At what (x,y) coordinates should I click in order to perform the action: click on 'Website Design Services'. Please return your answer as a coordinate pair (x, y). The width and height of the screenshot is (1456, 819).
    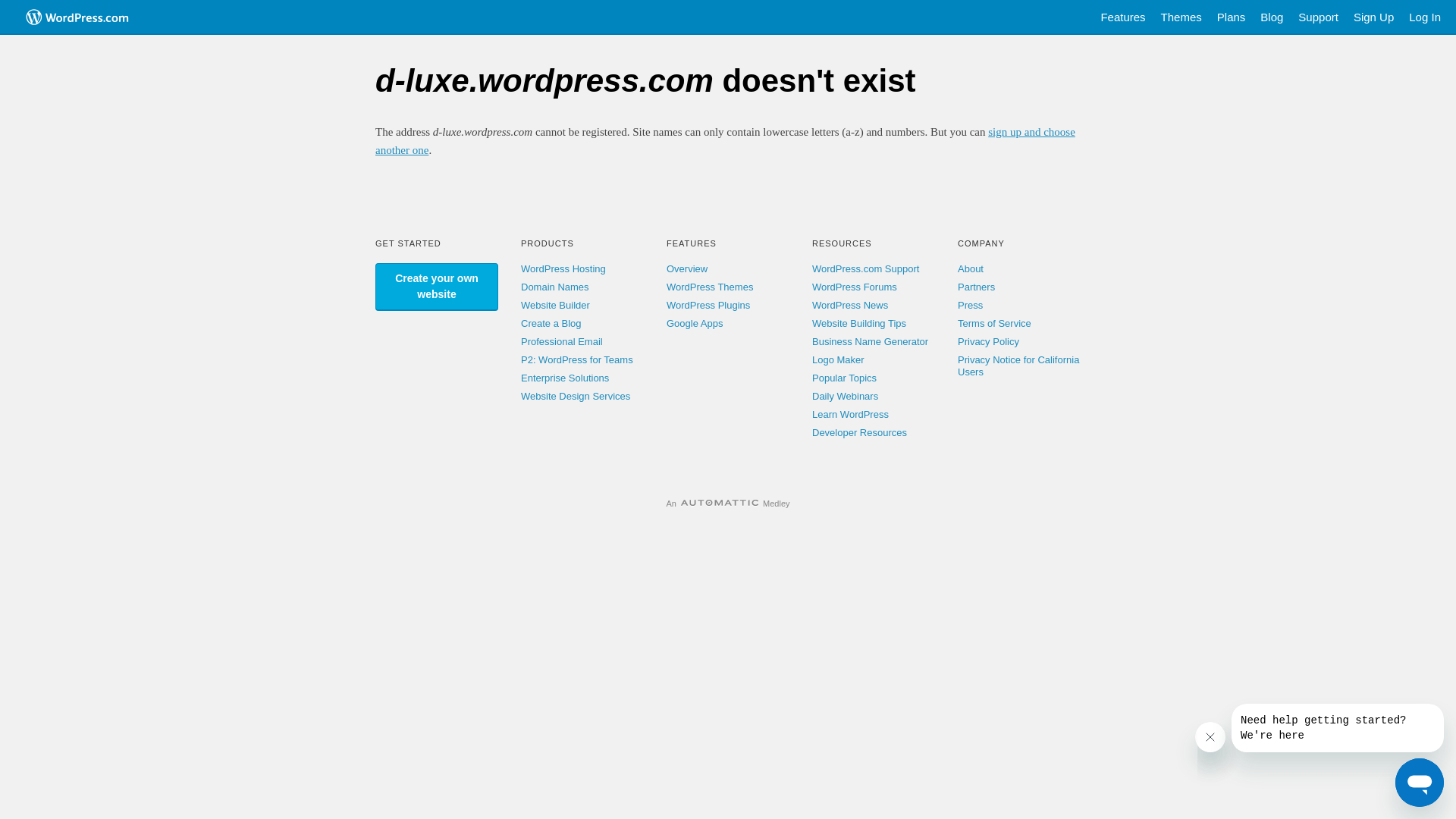
    Looking at the image, I should click on (574, 395).